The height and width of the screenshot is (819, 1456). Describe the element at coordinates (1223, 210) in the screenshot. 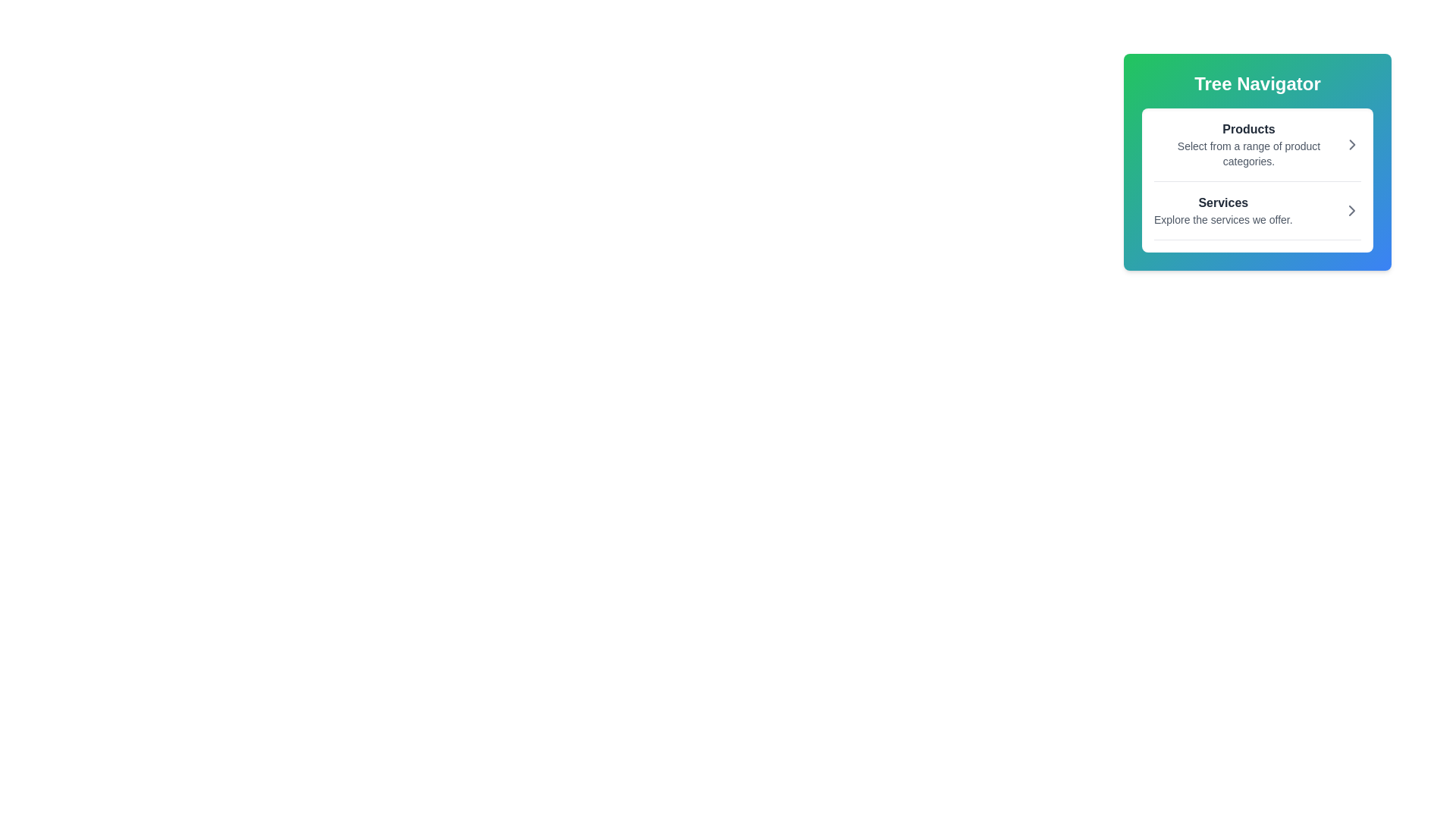

I see `the 'Services' text located in the lower section of the 'Tree Navigator' card` at that location.